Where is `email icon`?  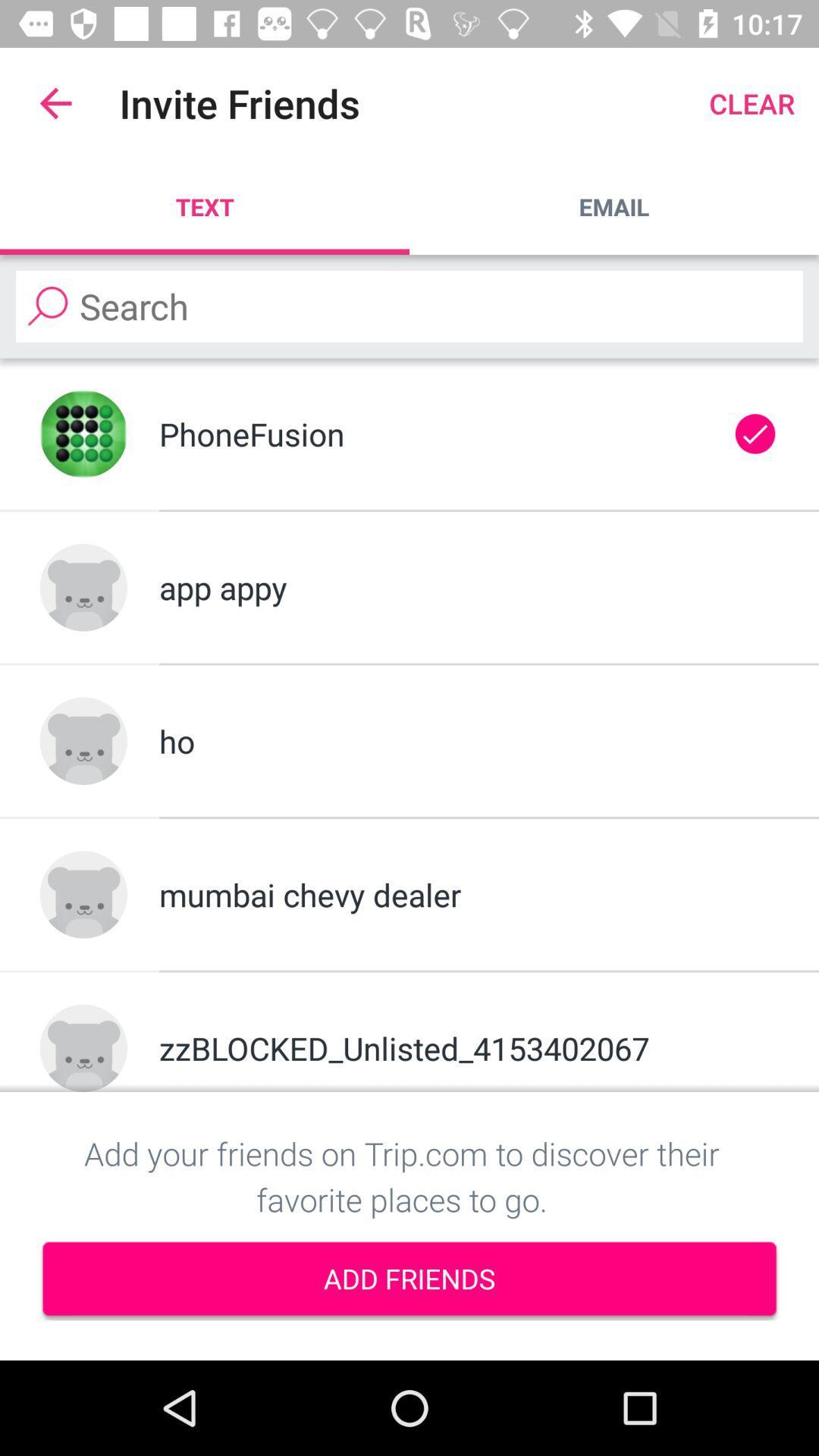 email icon is located at coordinates (614, 206).